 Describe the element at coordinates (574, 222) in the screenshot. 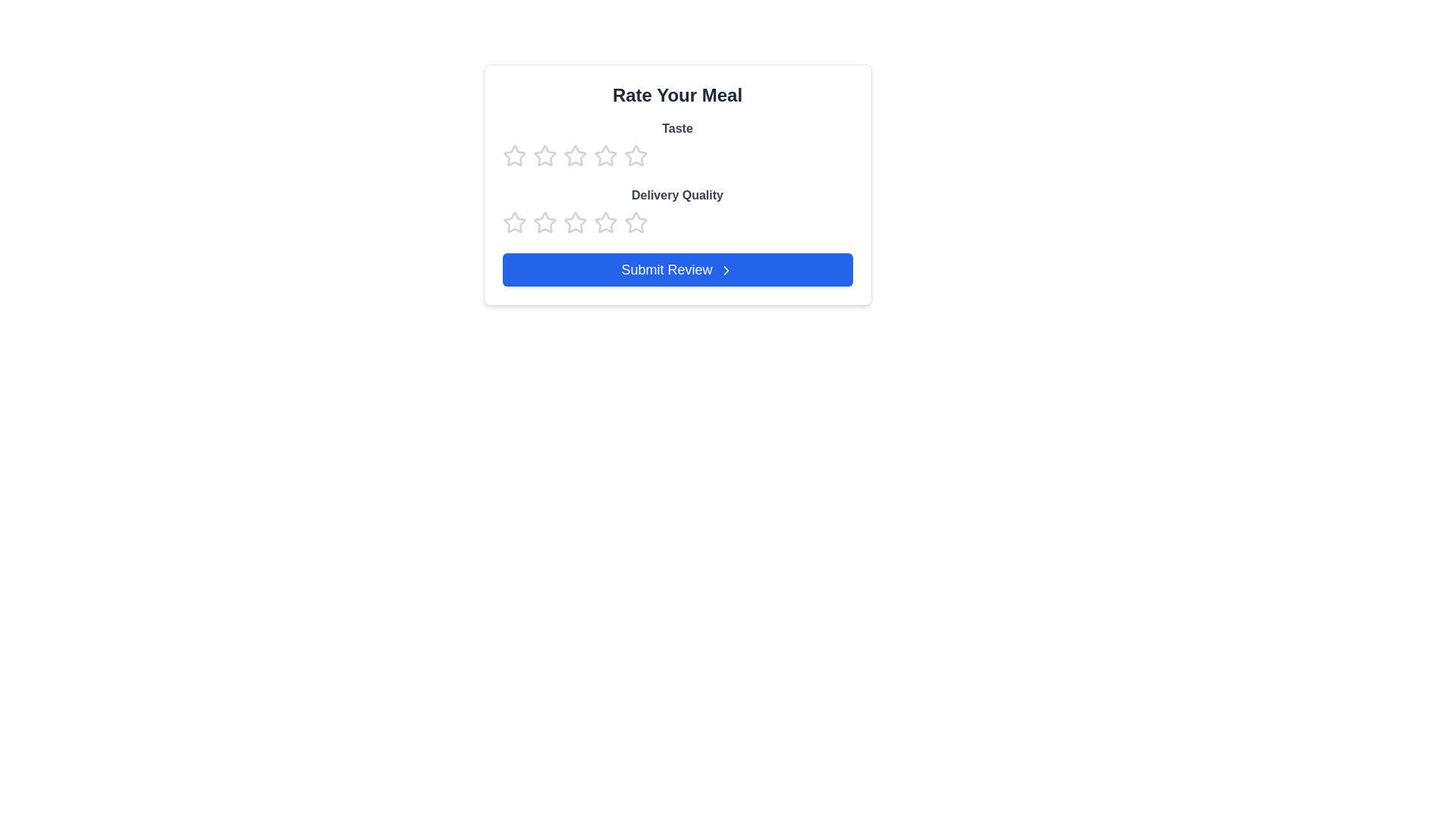

I see `the second star icon from the left in the second row of the star rating system under the 'Delivery Quality' label` at that location.